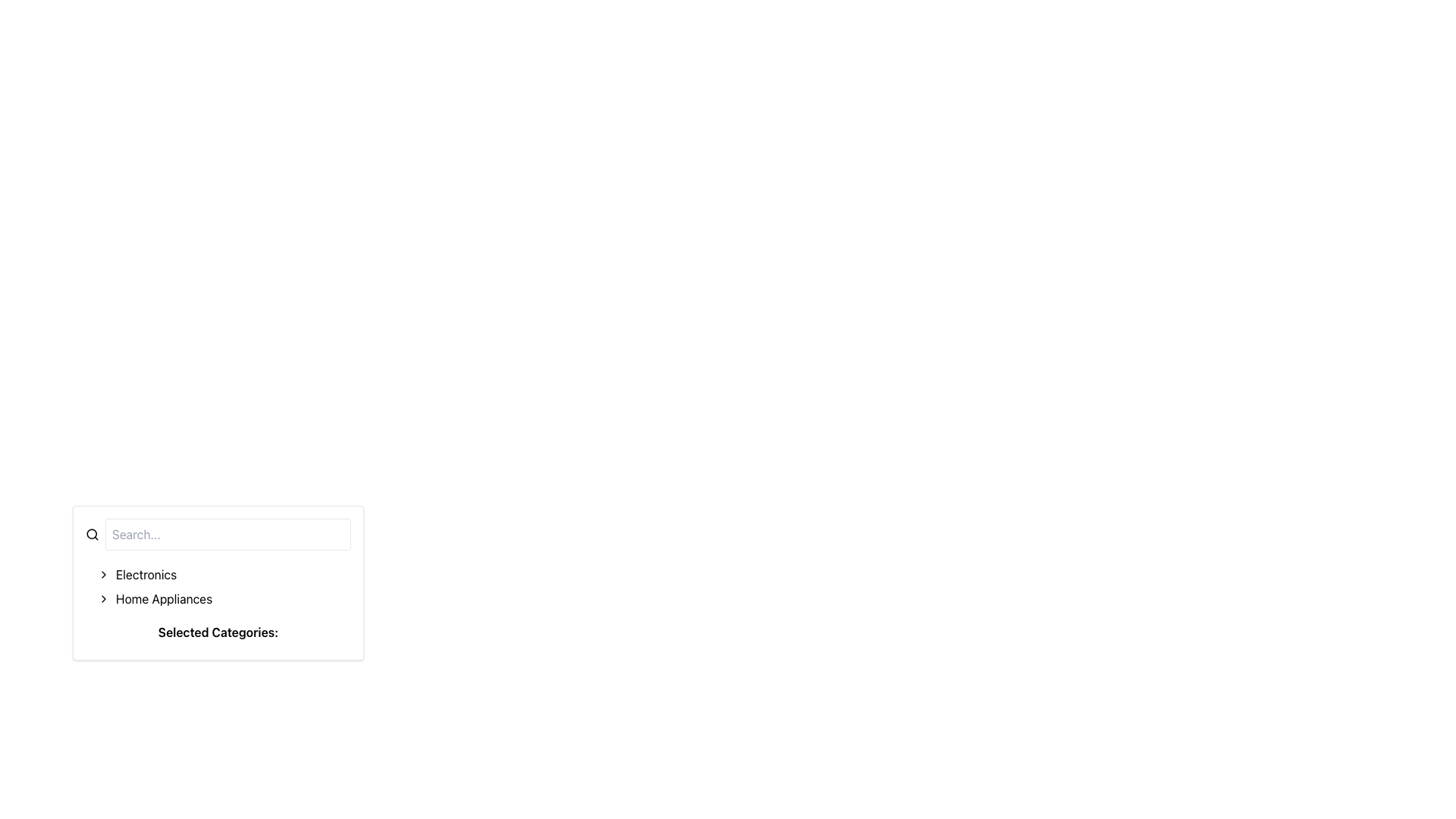  Describe the element at coordinates (218, 632) in the screenshot. I see `the bold text label displaying 'Selected Categories:' located within the white panel beneath the category list` at that location.